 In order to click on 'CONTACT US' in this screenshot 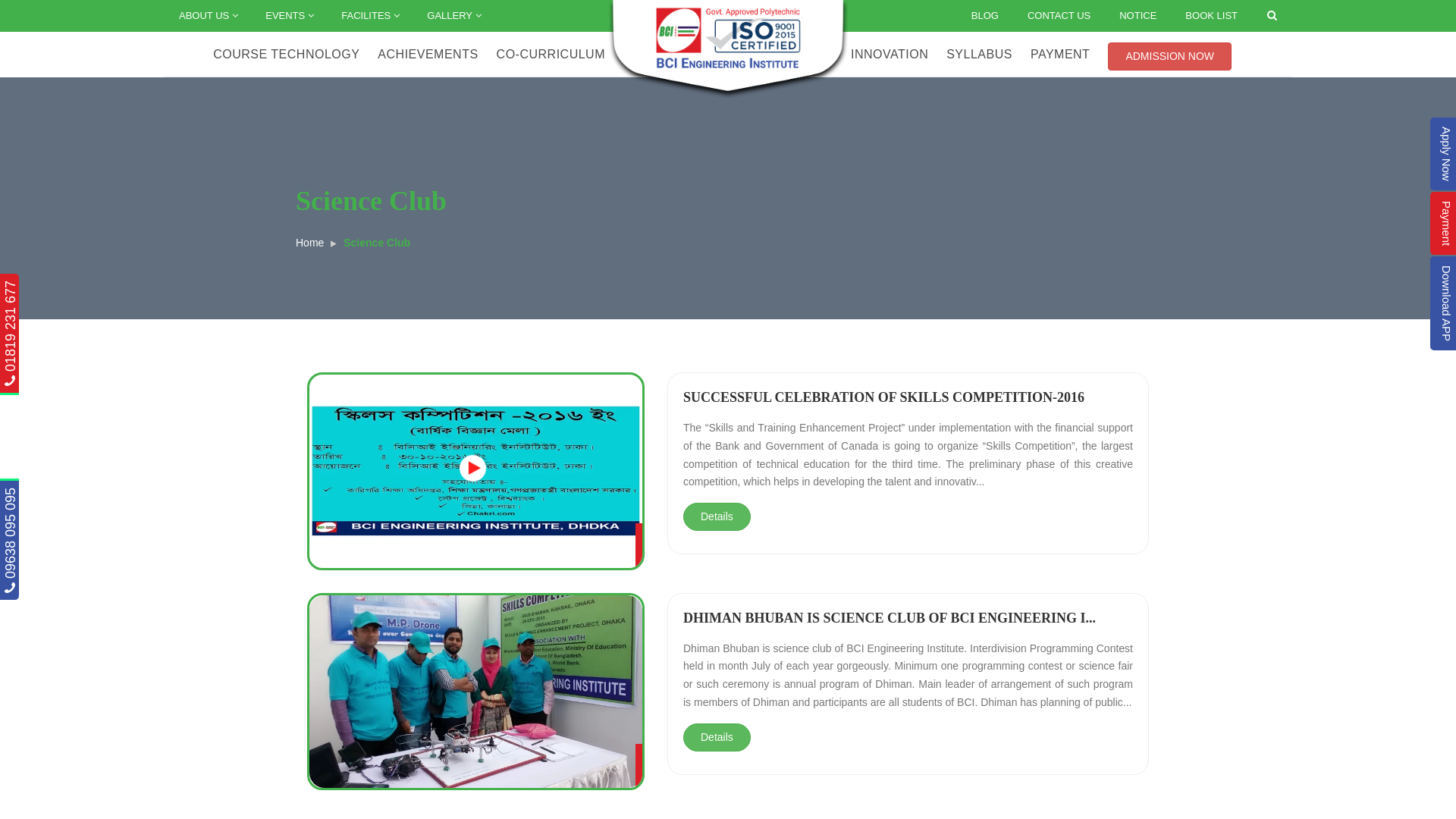, I will do `click(1058, 15)`.